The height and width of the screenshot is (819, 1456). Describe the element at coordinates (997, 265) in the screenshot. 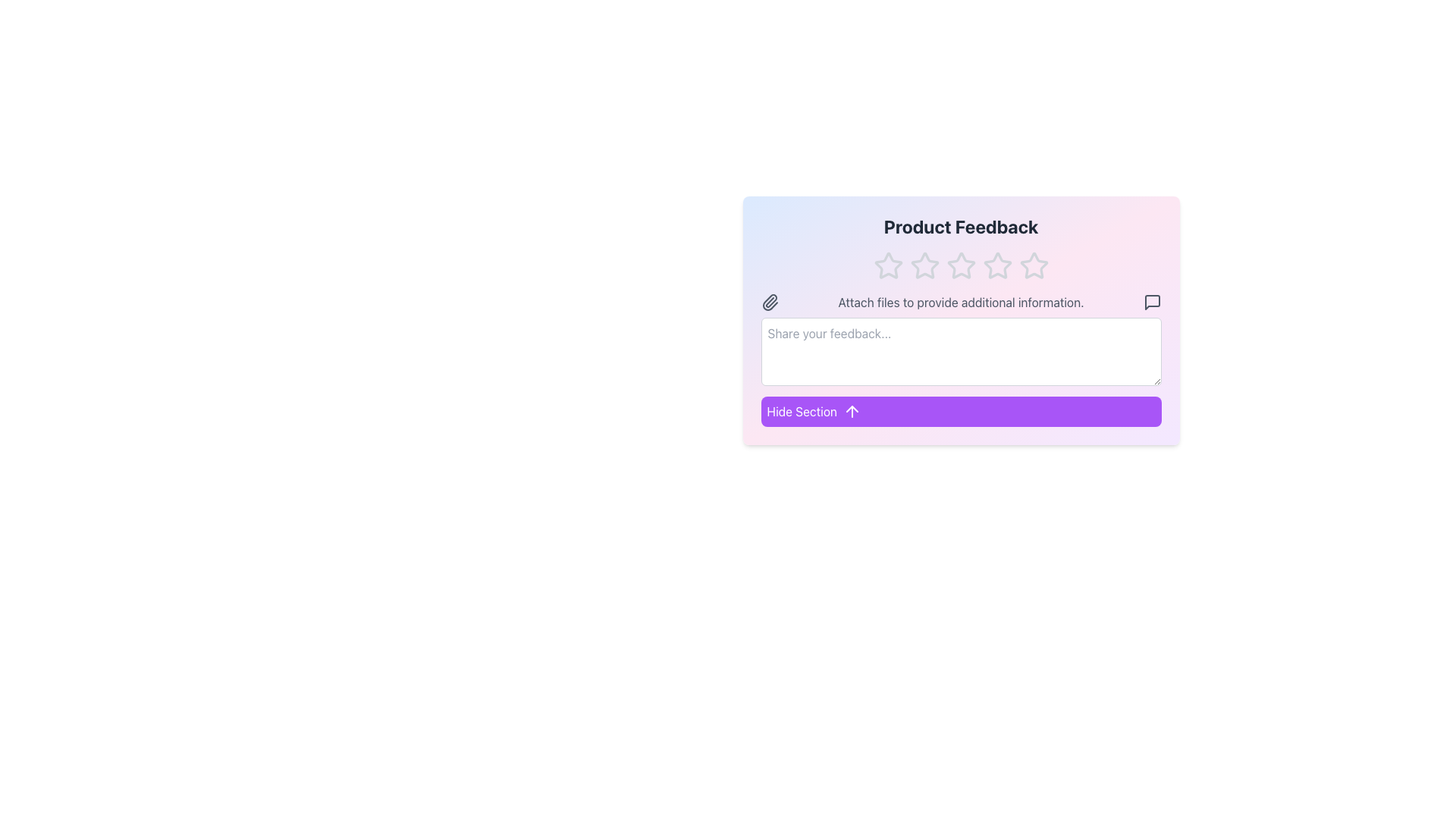

I see `the third star icon, which is a line-based design with a hollow center` at that location.